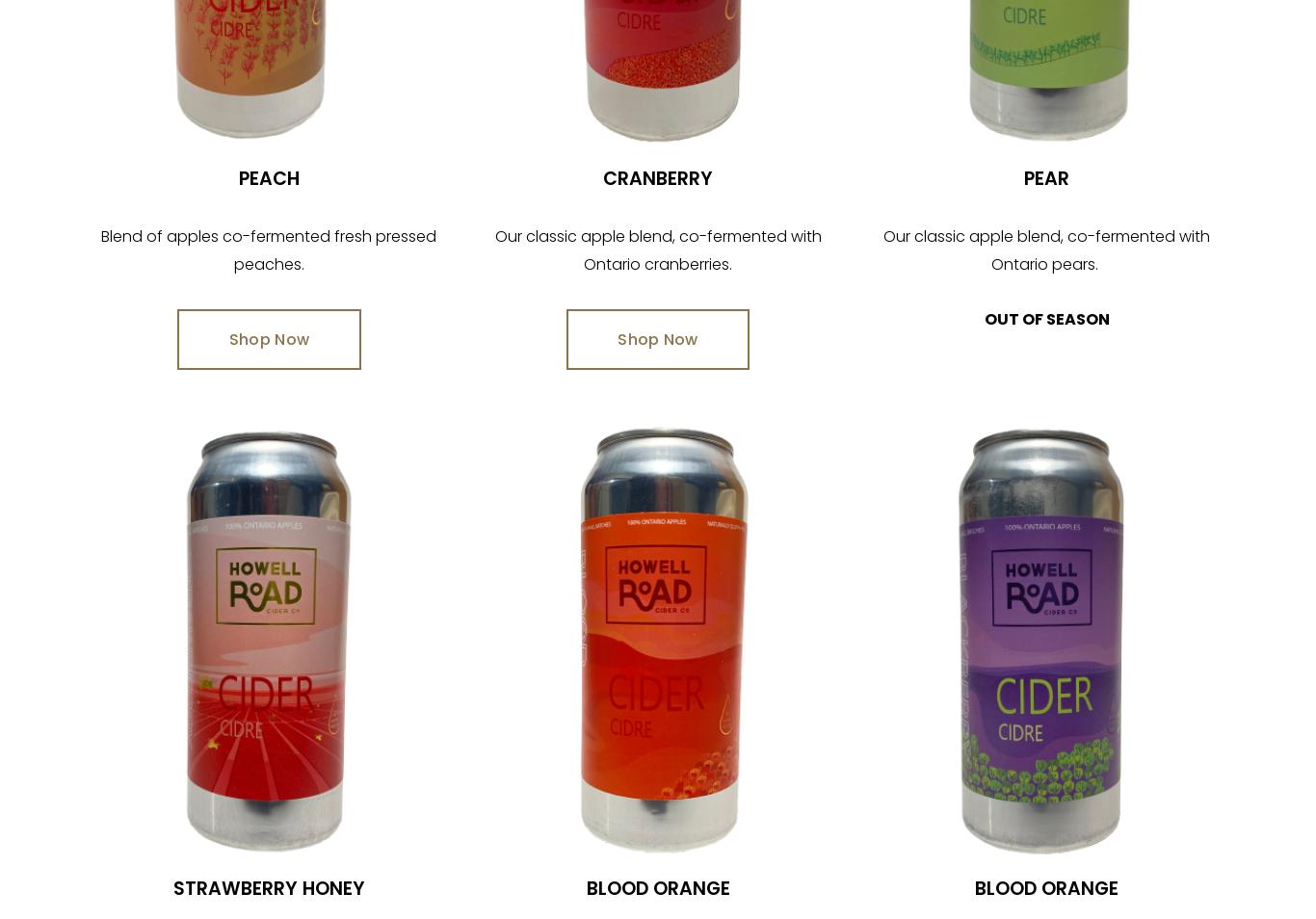  I want to click on 'CRANBERRY', so click(602, 177).